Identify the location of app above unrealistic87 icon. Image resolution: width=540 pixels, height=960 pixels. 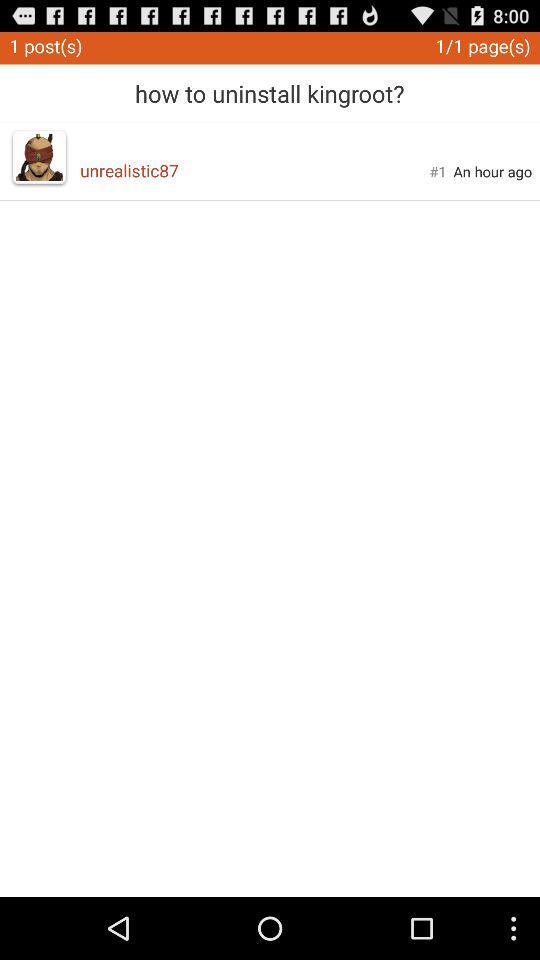
(269, 86).